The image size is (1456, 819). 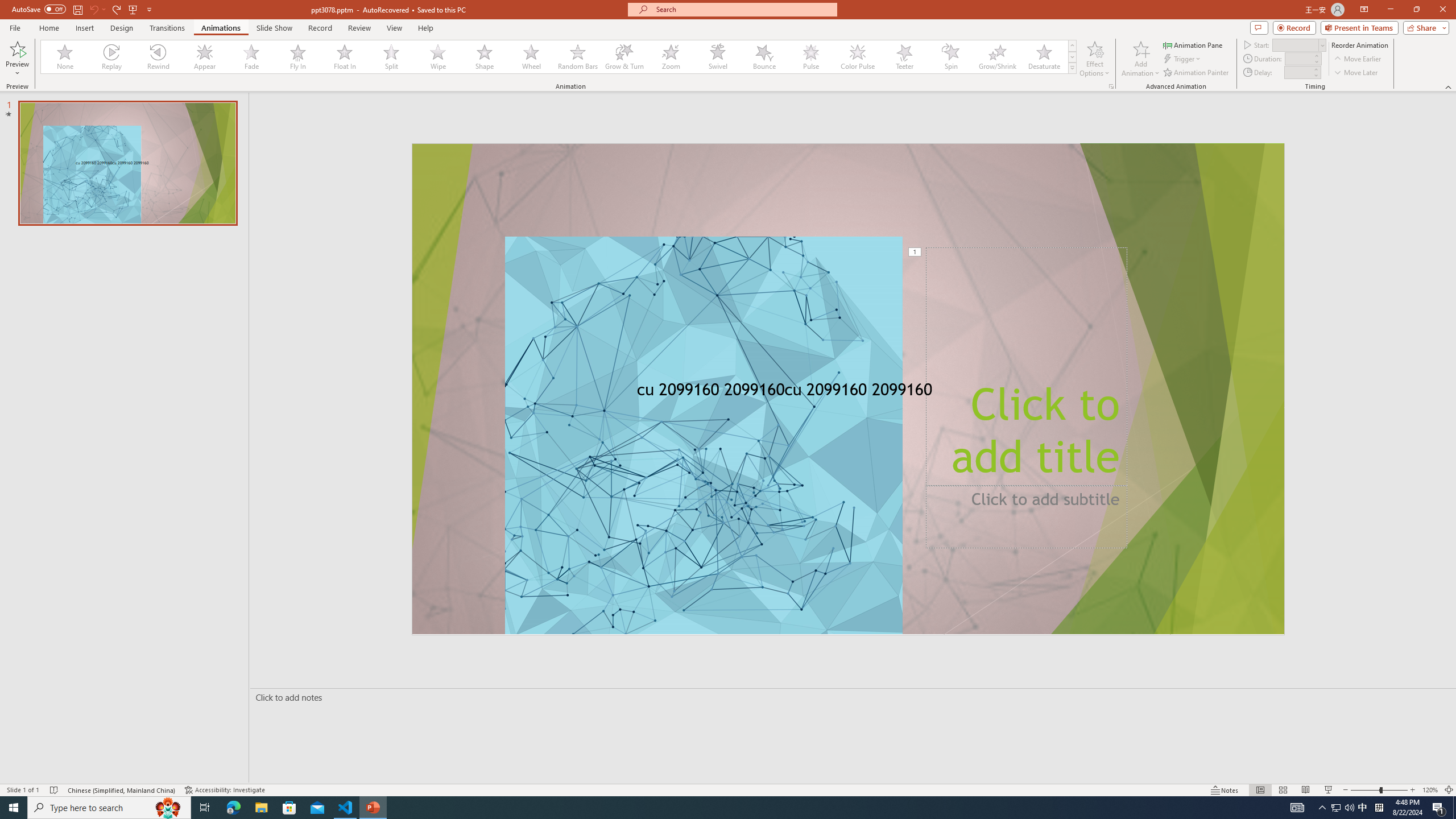 What do you see at coordinates (577, 56) in the screenshot?
I see `'Random Bars'` at bounding box center [577, 56].